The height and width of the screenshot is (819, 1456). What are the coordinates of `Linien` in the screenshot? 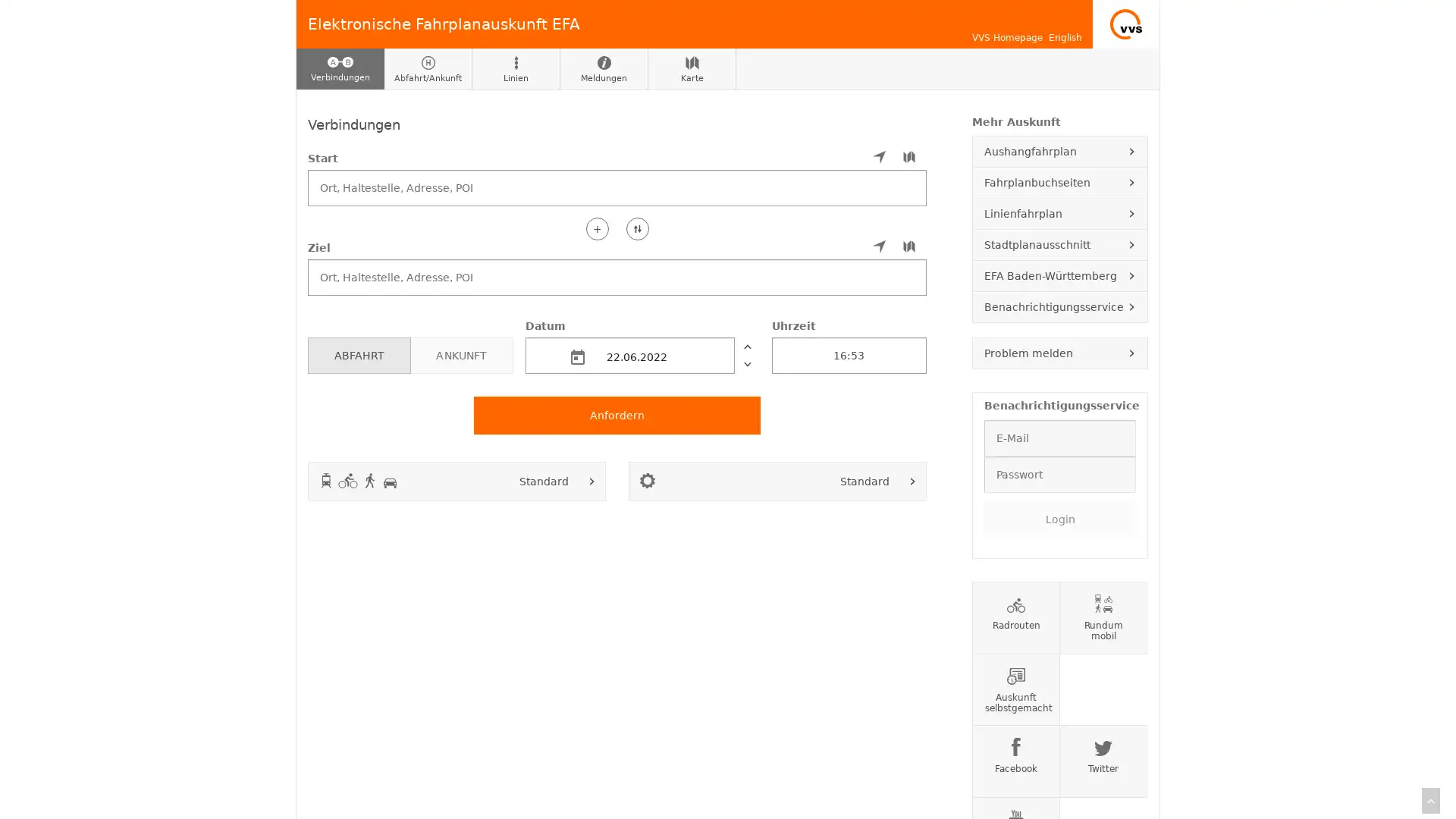 It's located at (516, 69).